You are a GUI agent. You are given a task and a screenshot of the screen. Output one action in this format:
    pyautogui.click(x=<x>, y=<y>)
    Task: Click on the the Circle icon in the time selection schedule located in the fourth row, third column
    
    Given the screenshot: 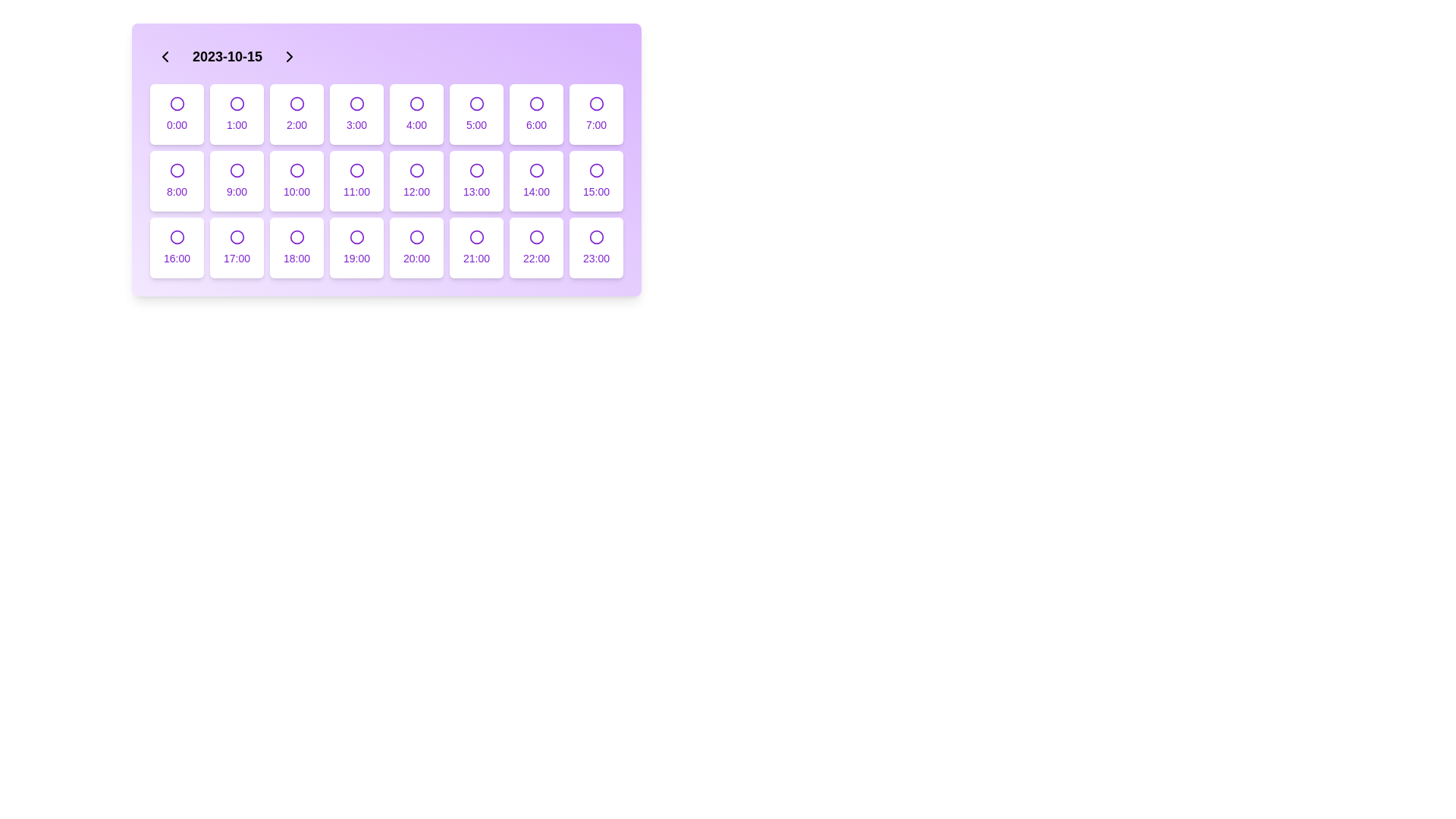 What is the action you would take?
    pyautogui.click(x=356, y=237)
    